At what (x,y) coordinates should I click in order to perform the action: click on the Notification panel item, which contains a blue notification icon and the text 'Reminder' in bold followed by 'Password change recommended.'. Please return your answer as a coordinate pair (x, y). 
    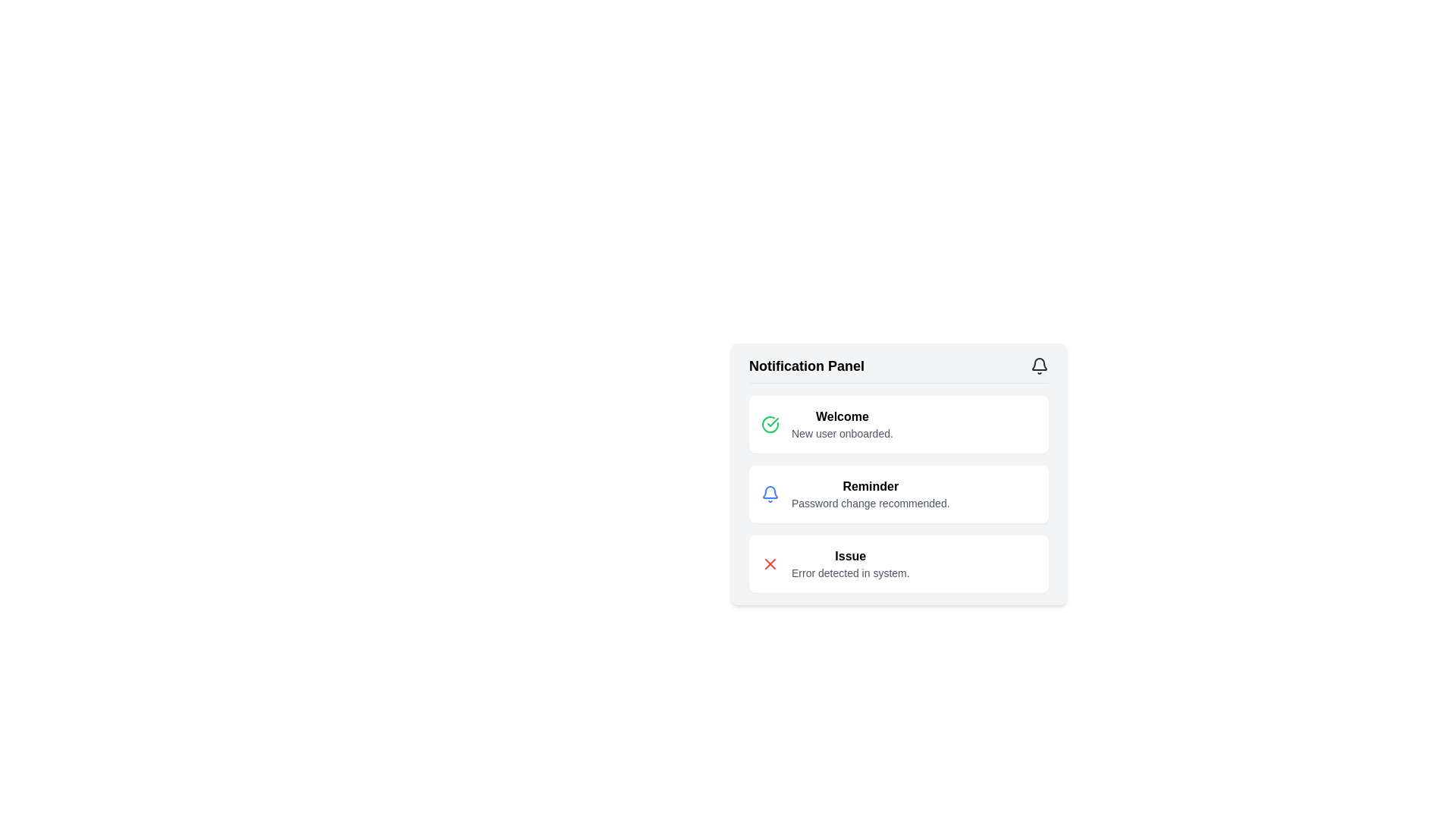
    Looking at the image, I should click on (899, 494).